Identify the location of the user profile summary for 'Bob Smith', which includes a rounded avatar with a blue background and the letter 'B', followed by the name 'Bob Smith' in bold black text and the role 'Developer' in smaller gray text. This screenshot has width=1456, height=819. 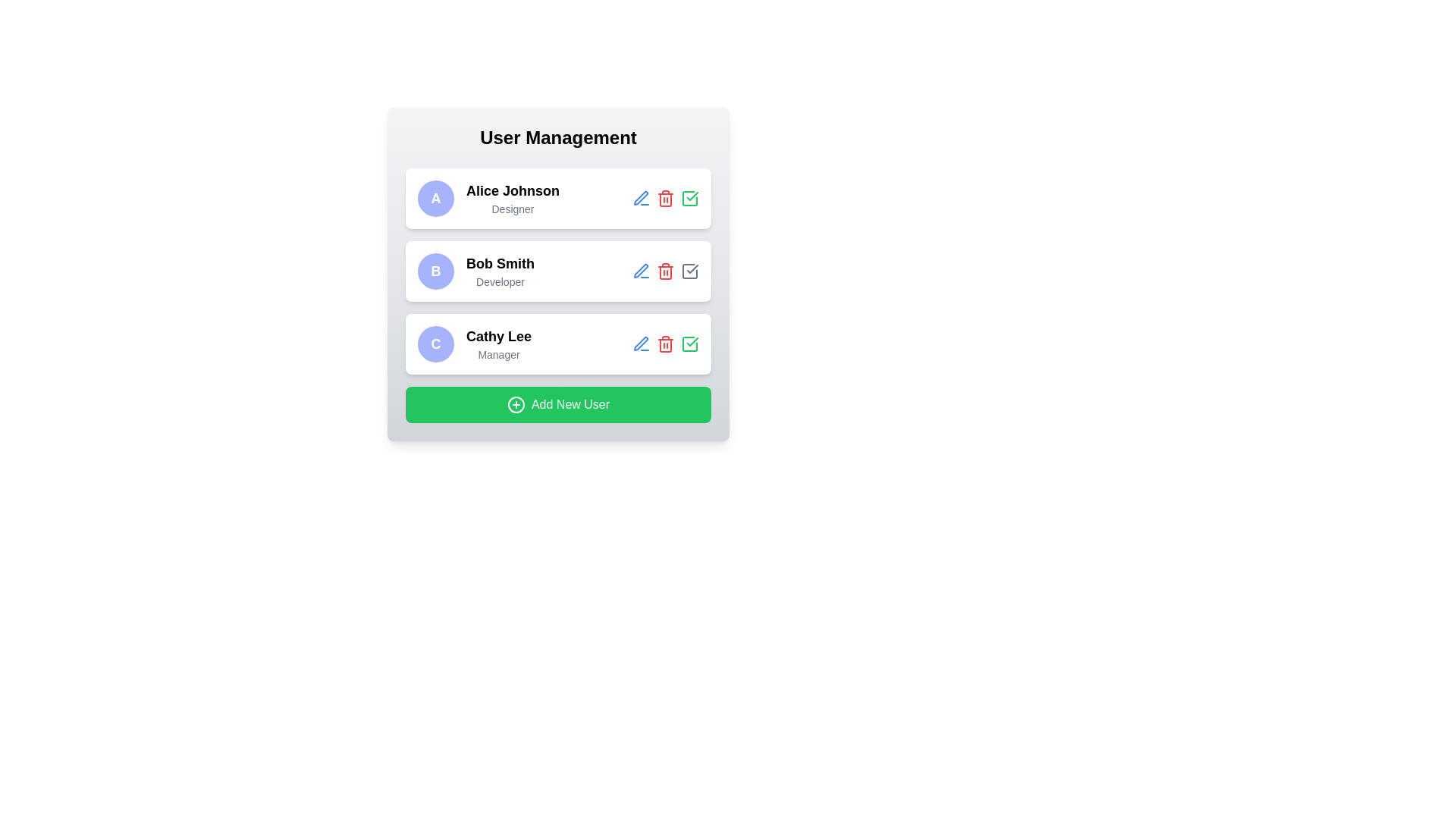
(475, 271).